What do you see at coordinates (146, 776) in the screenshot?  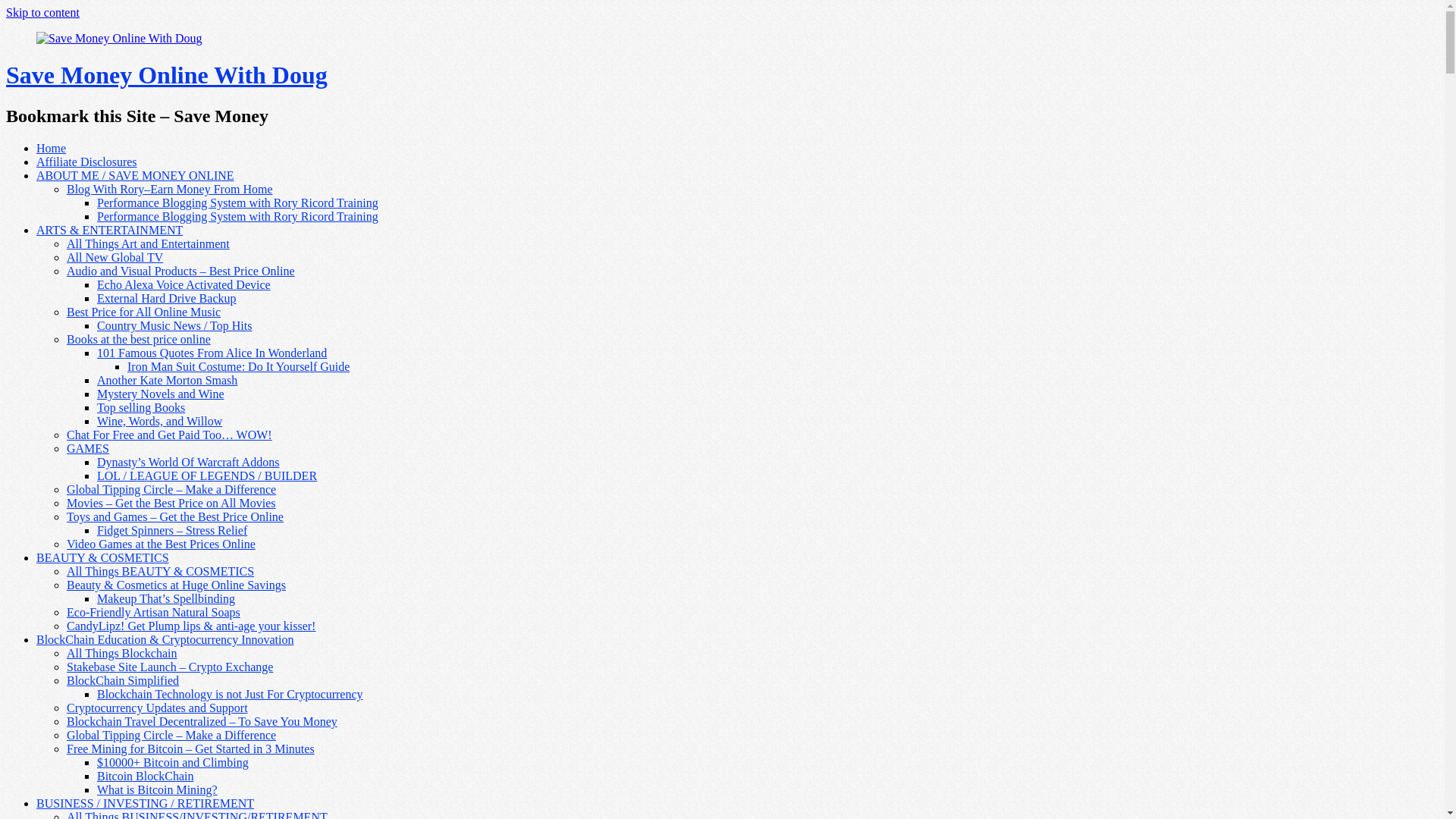 I see `'Bitcoin BlockChain'` at bounding box center [146, 776].